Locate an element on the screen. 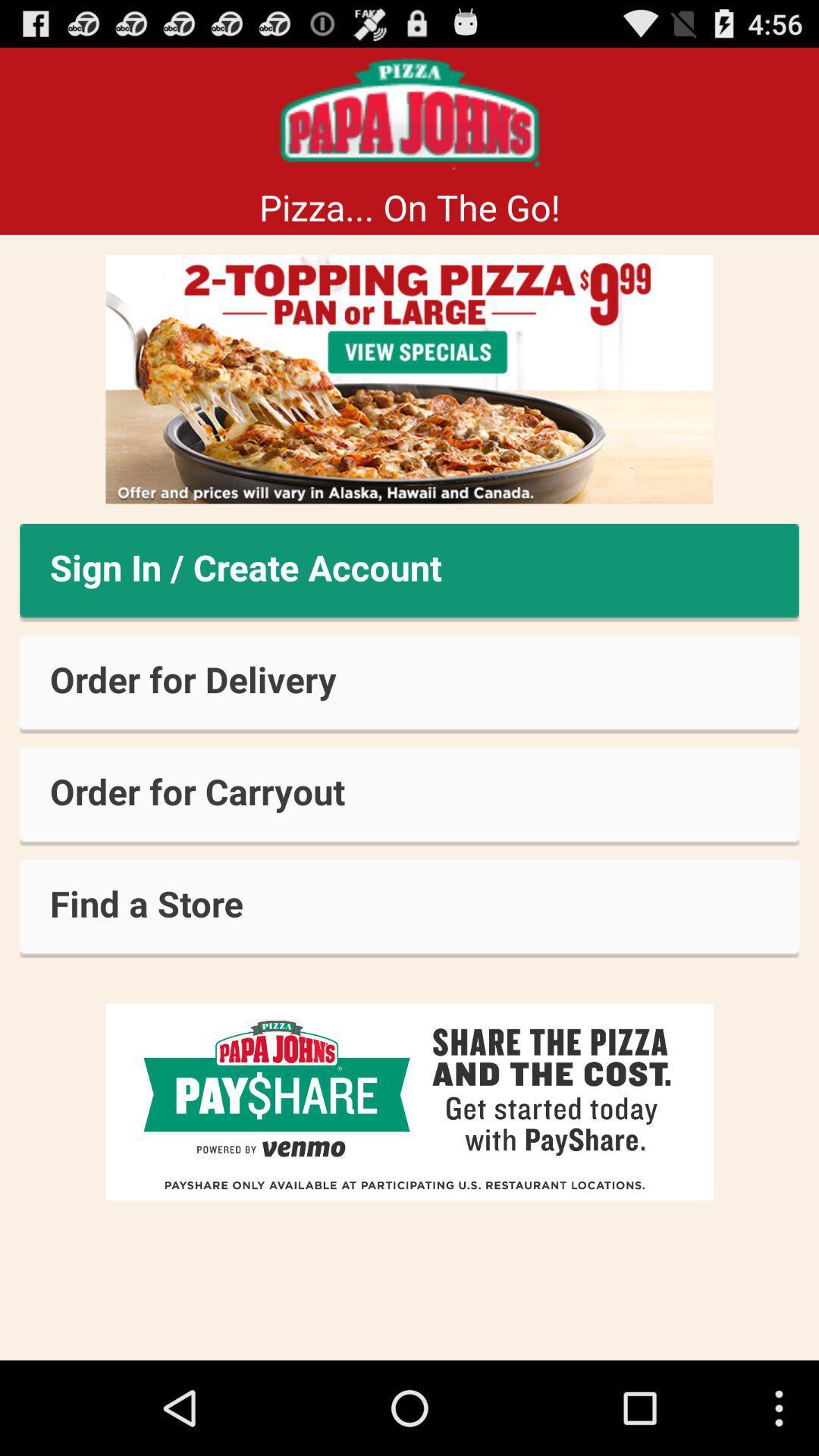  view specials is located at coordinates (409, 379).